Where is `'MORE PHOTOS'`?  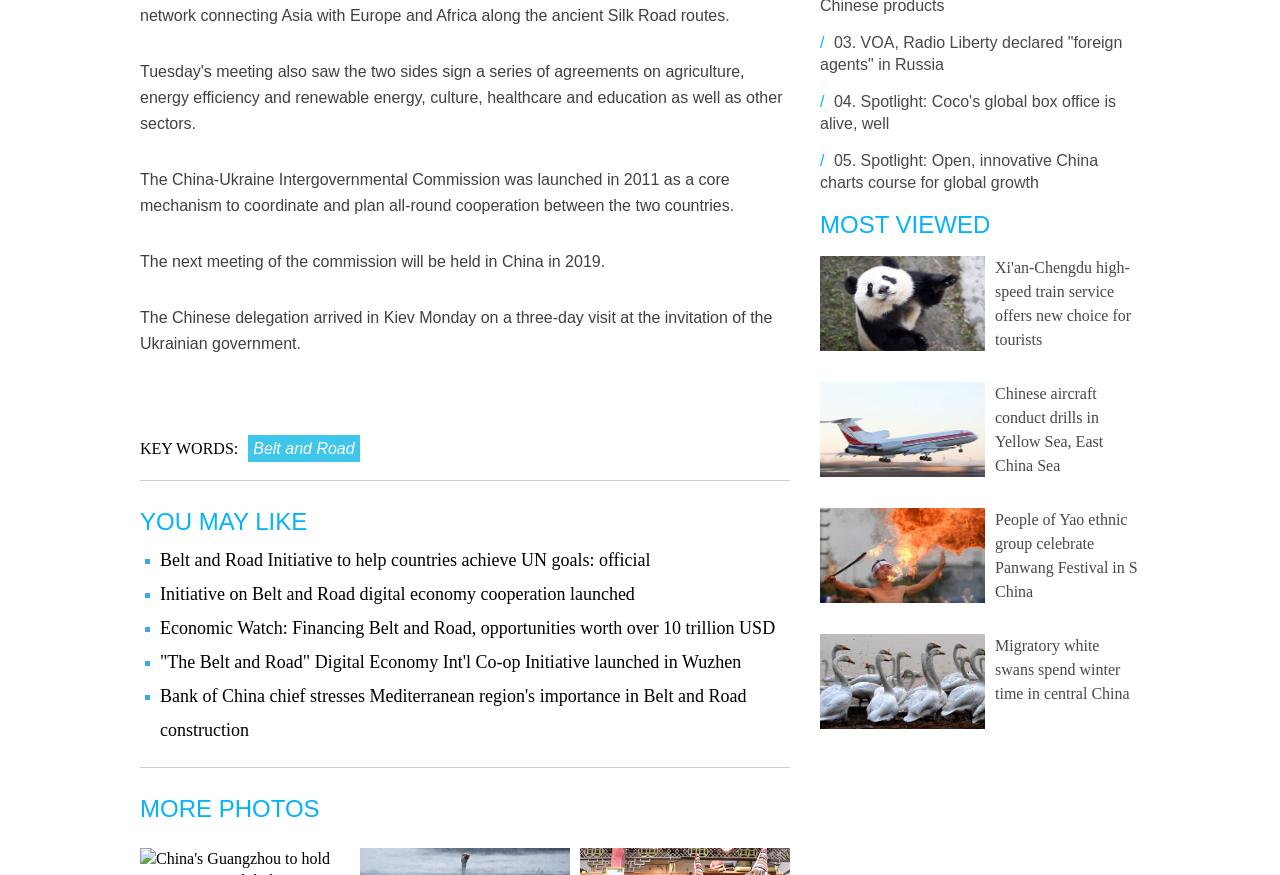 'MORE PHOTOS' is located at coordinates (229, 807).